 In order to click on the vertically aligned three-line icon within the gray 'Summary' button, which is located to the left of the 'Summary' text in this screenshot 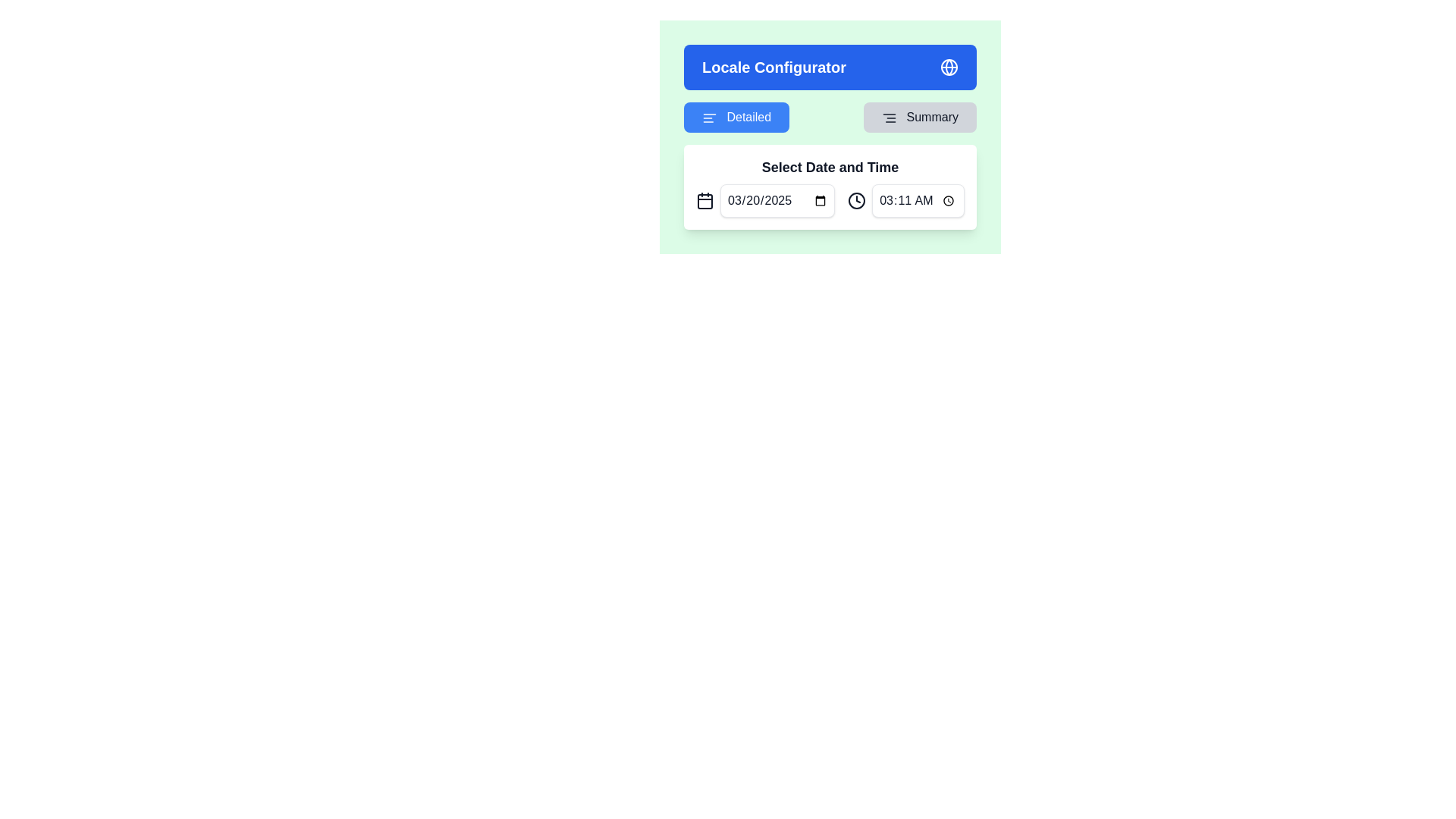, I will do `click(890, 117)`.